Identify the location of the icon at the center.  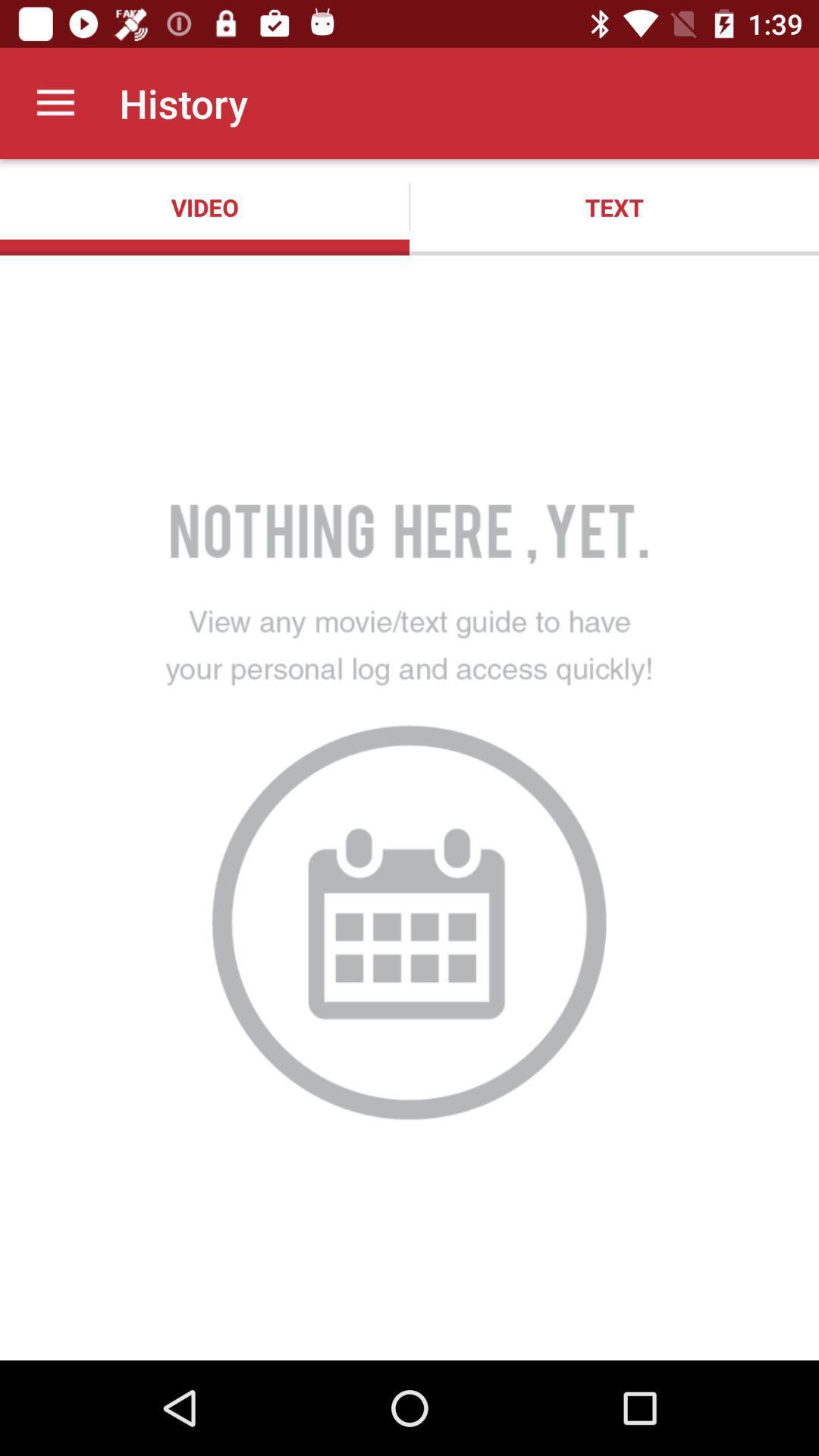
(409, 807).